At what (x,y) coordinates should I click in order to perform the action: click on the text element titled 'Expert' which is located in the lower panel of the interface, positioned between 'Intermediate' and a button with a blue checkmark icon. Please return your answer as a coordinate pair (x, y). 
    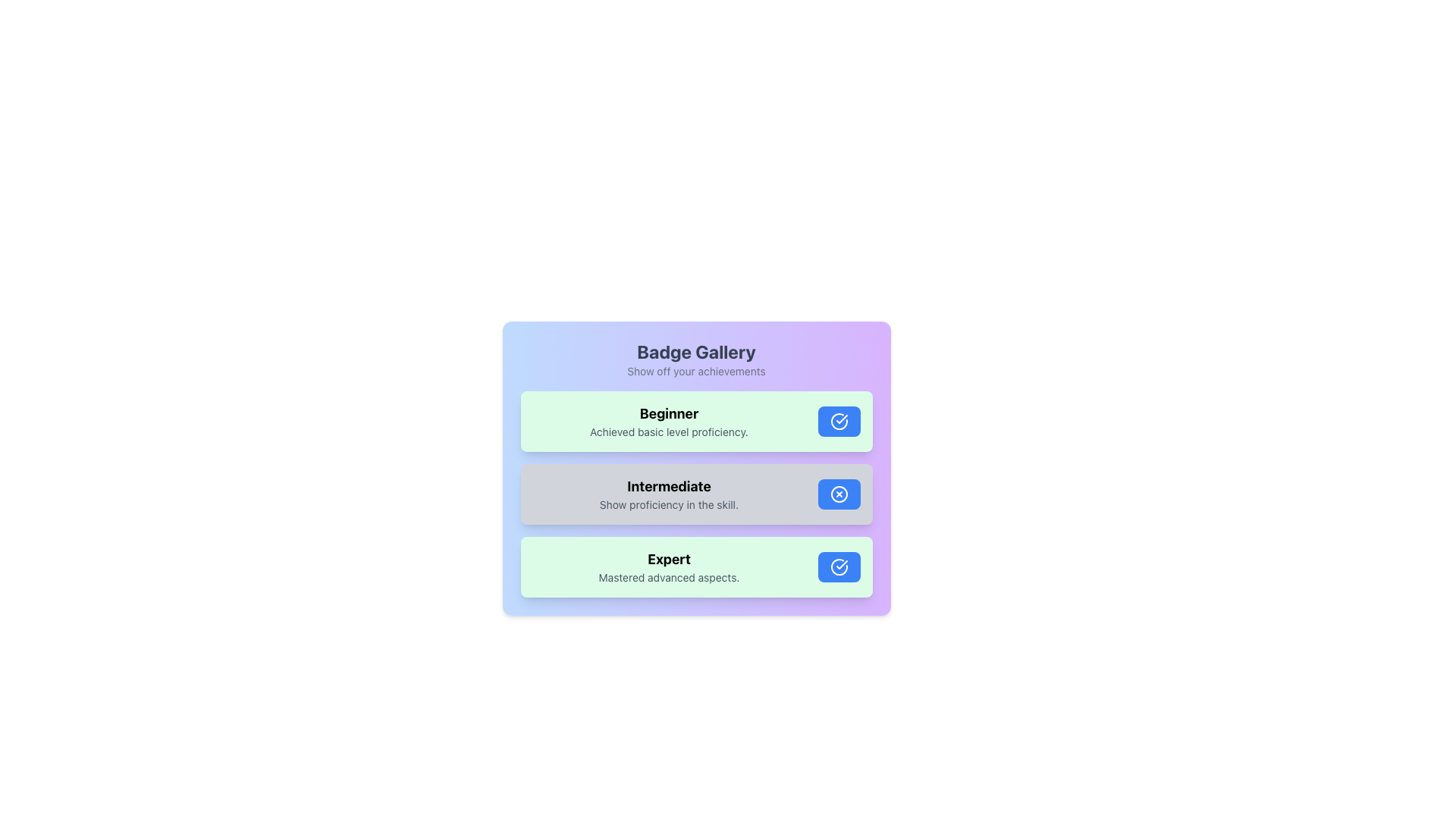
    Looking at the image, I should click on (668, 567).